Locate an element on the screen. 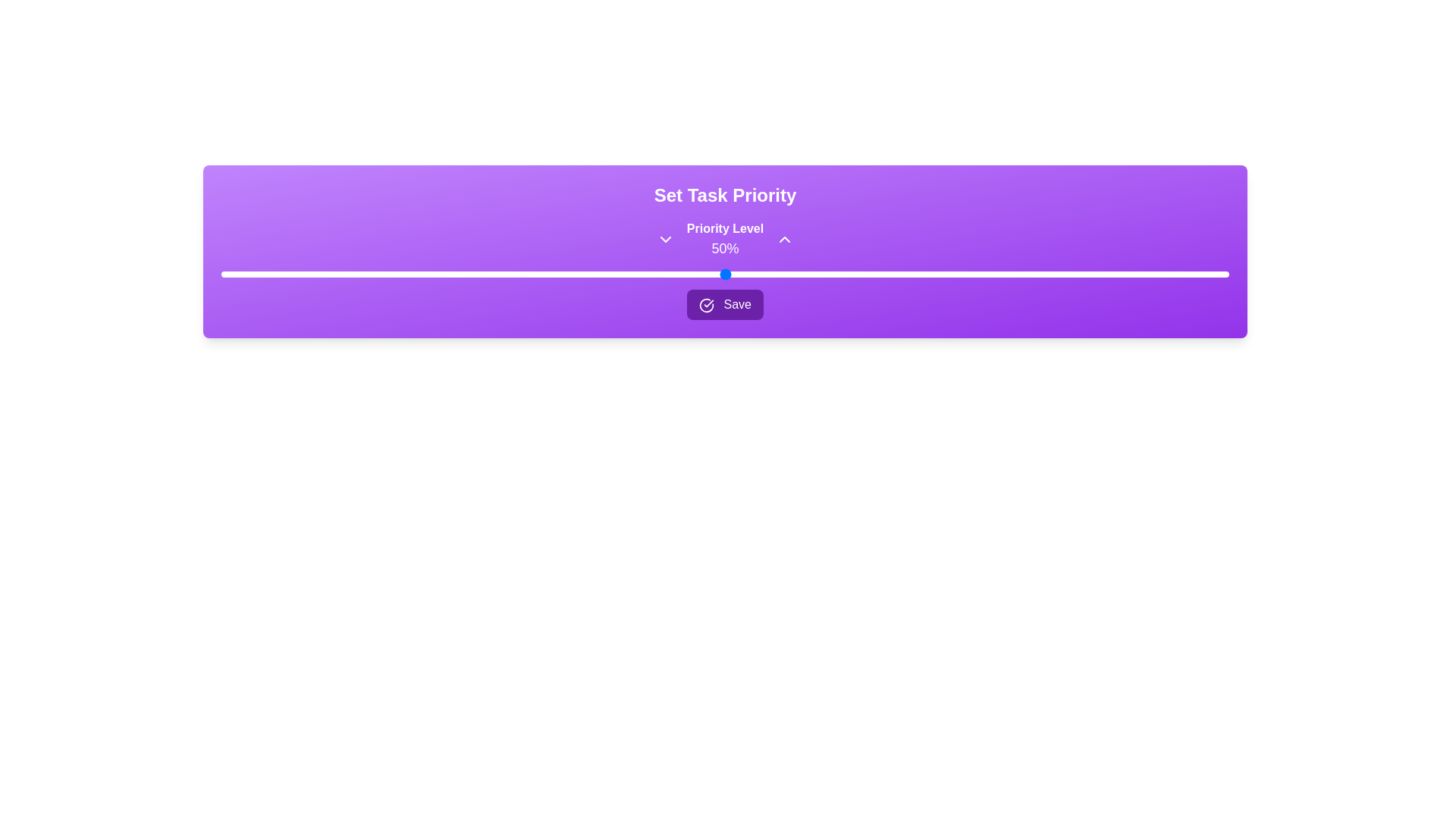 Image resolution: width=1456 pixels, height=819 pixels. the priority level is located at coordinates (624, 275).